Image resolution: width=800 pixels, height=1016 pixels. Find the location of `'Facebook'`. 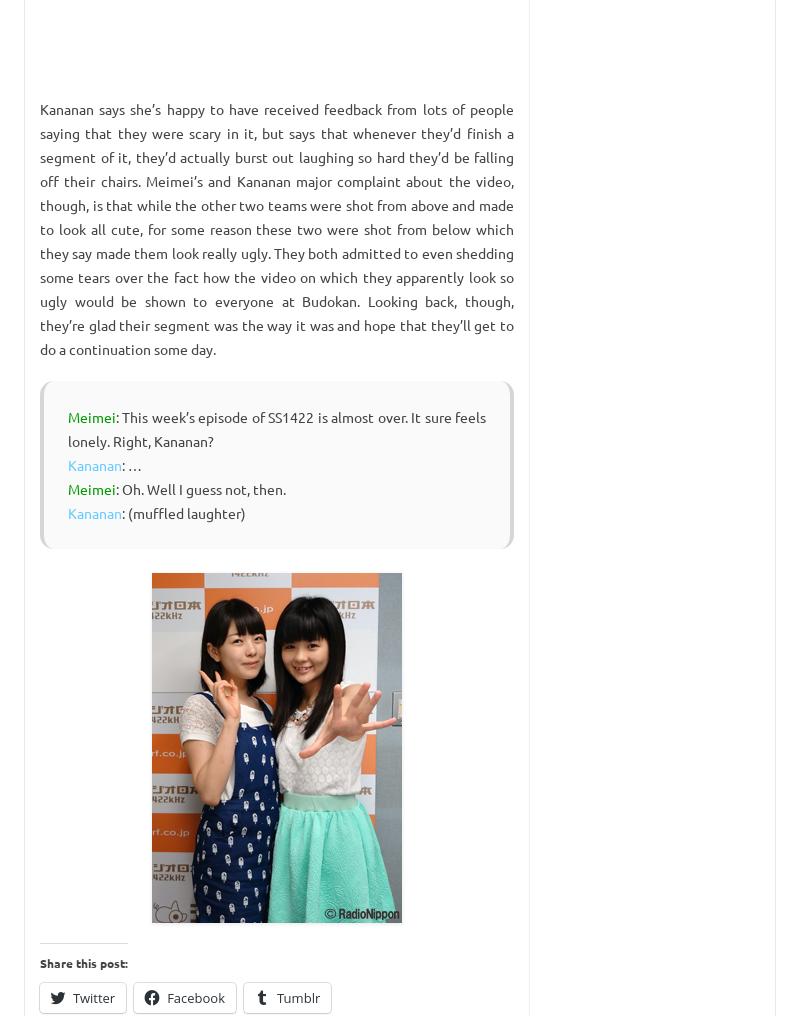

'Facebook' is located at coordinates (195, 997).